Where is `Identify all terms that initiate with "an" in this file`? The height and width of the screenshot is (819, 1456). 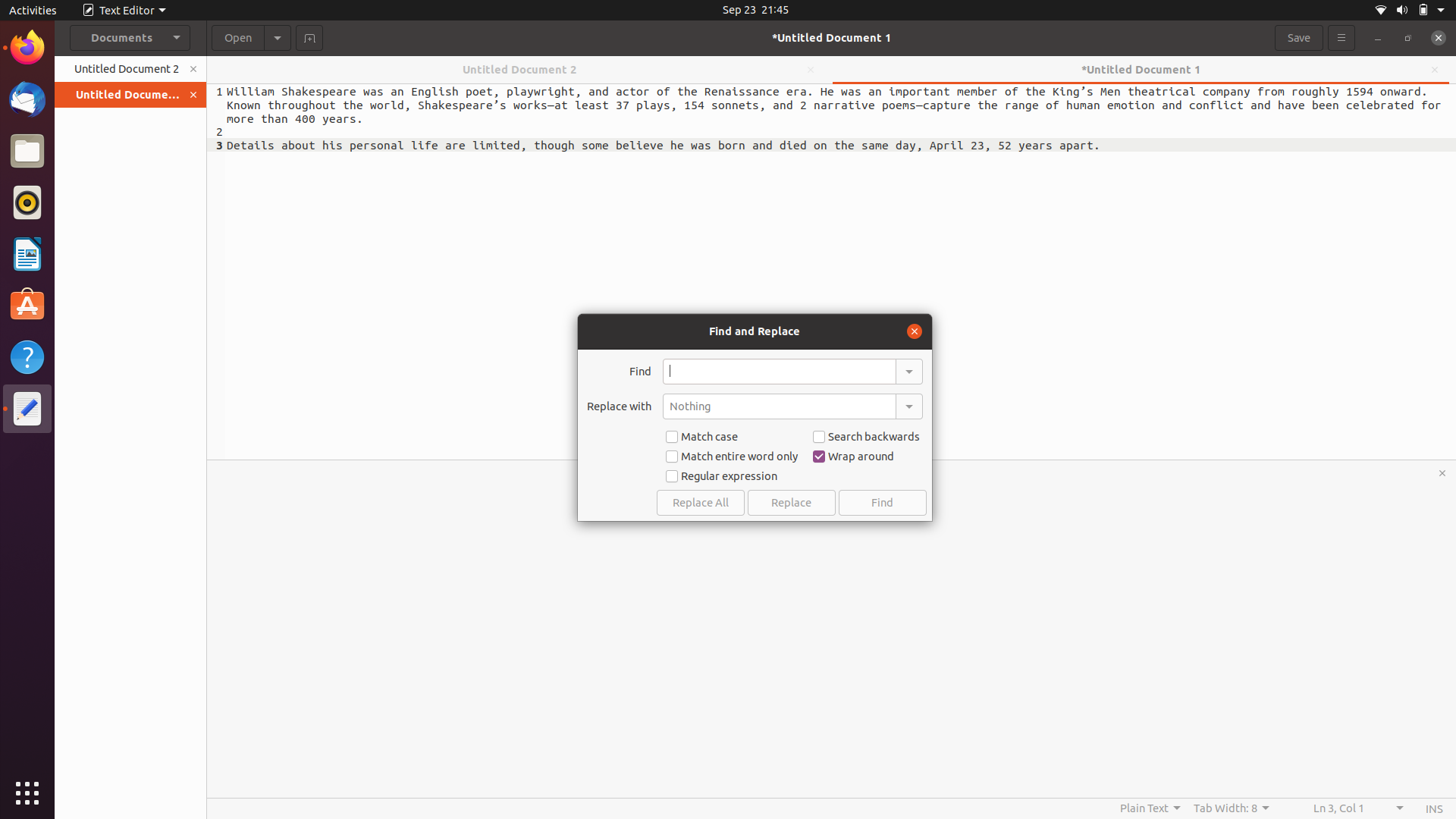
Identify all terms that initiate with "an" in this file is located at coordinates (779, 371).